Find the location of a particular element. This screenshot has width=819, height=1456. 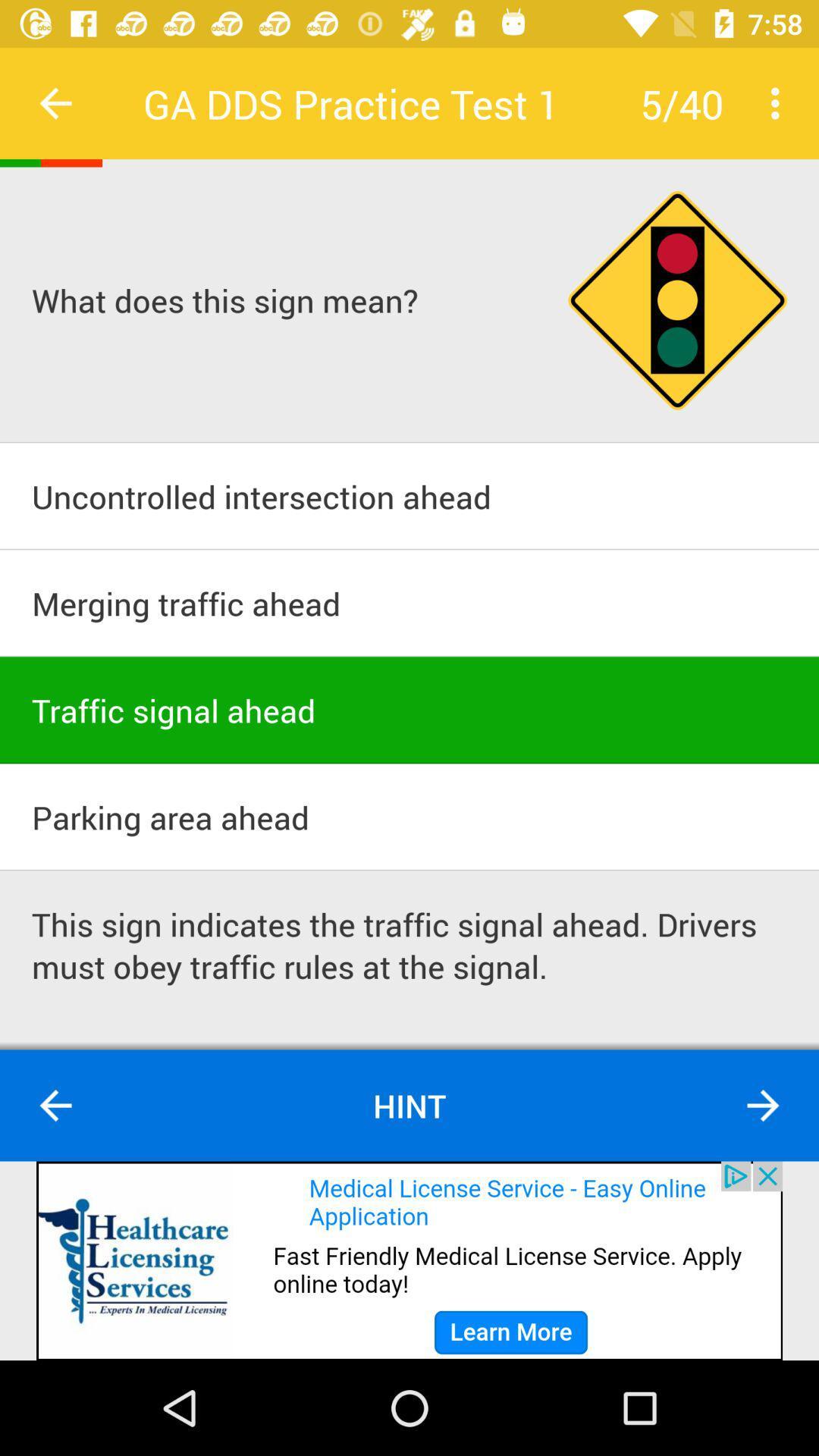

advertisement is located at coordinates (409, 1260).